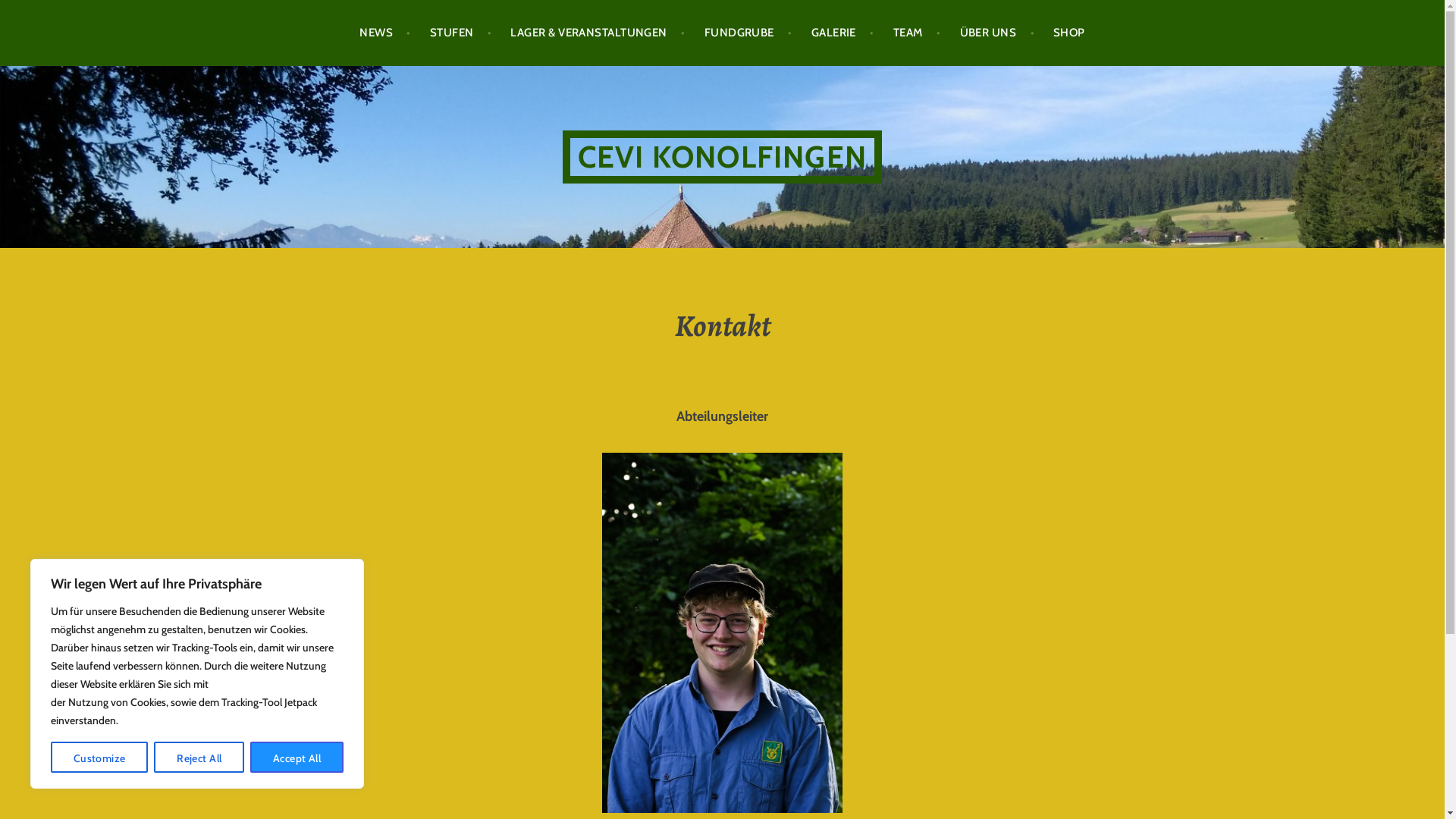  Describe the element at coordinates (916, 33) in the screenshot. I see `'TEAM'` at that location.